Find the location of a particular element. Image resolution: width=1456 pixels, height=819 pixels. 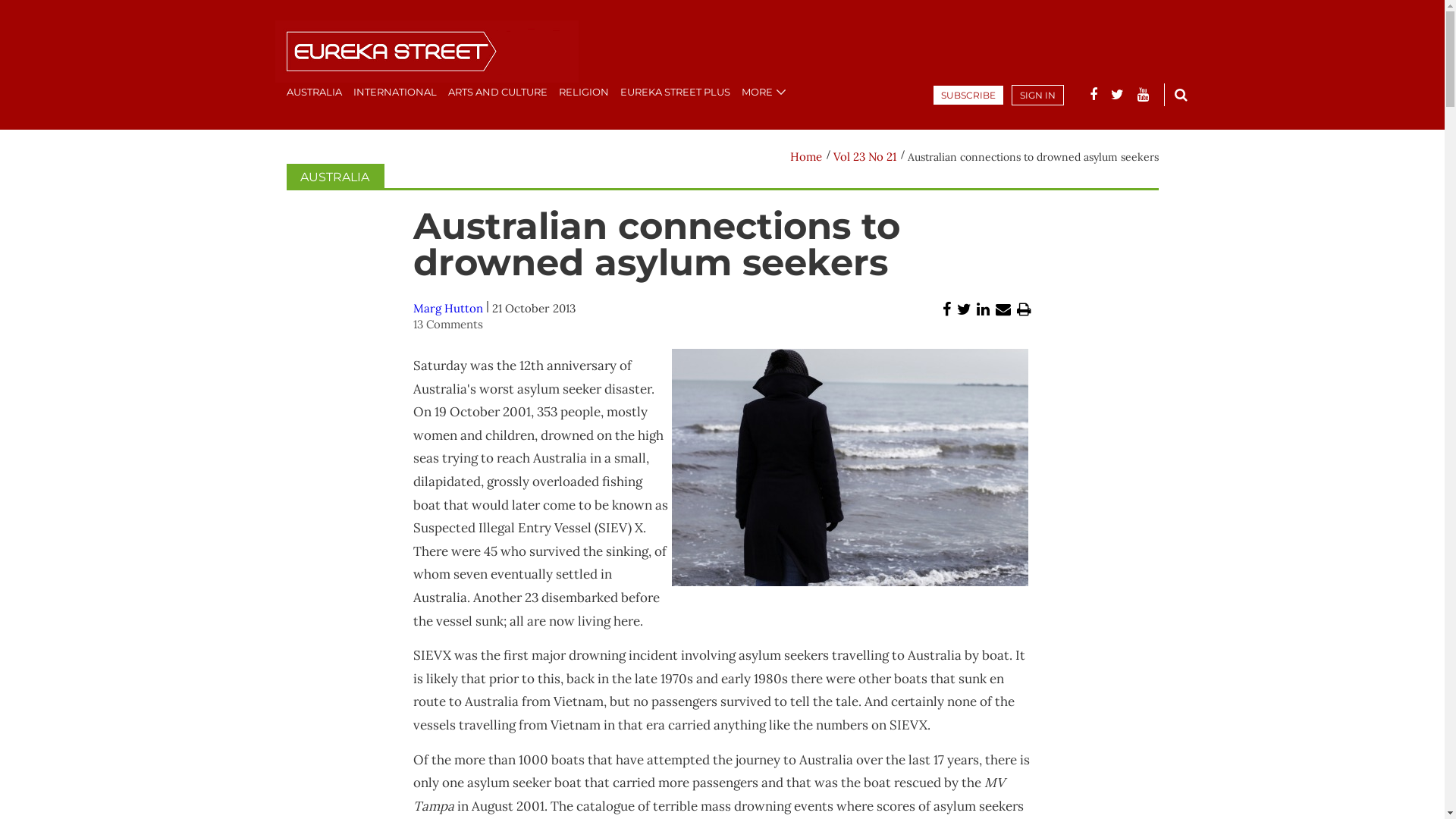

'Lonely person on a beach in winter time' is located at coordinates (850, 466).